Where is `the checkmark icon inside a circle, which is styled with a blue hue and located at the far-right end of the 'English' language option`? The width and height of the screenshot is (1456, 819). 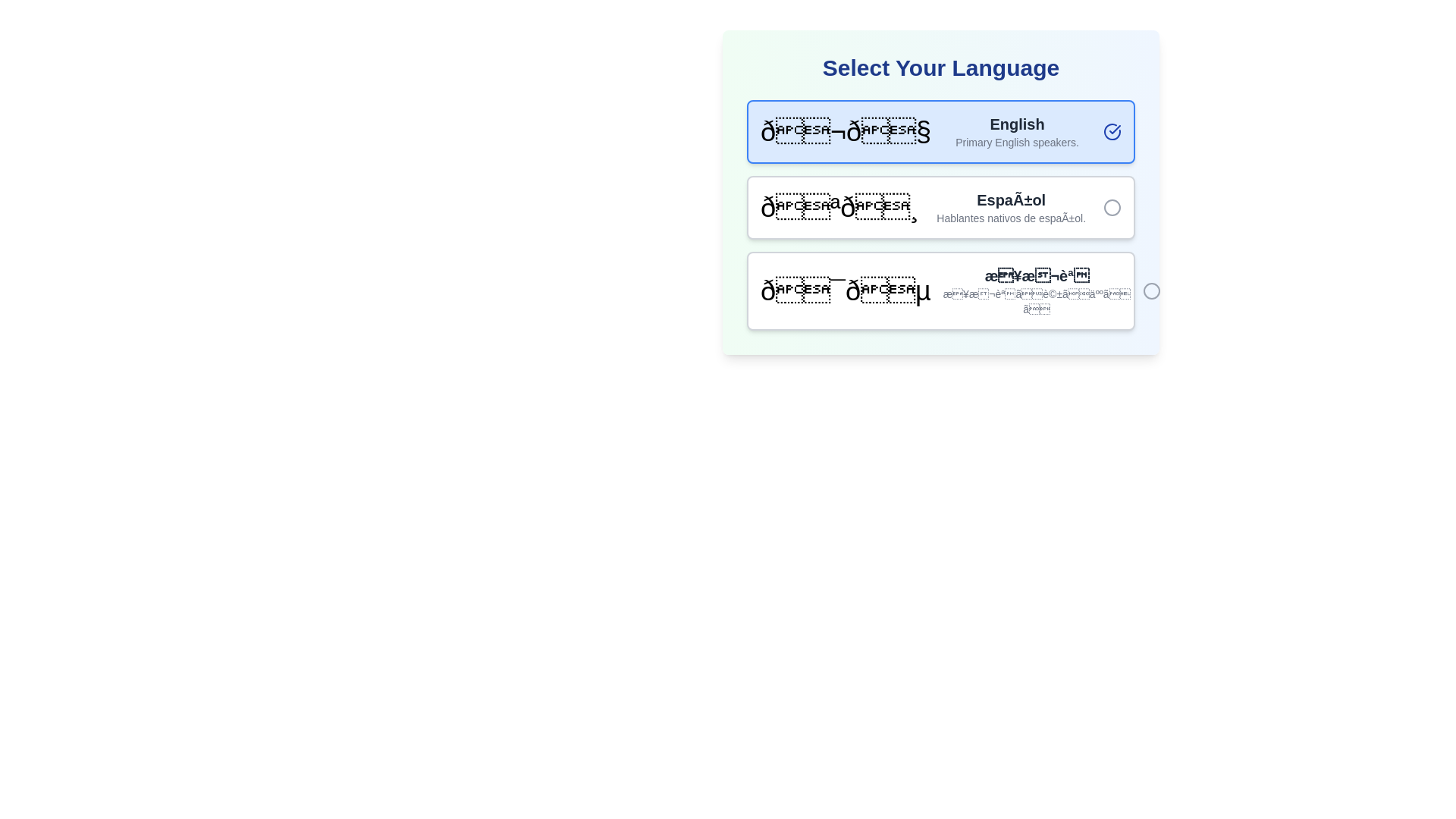 the checkmark icon inside a circle, which is styled with a blue hue and located at the far-right end of the 'English' language option is located at coordinates (1112, 130).